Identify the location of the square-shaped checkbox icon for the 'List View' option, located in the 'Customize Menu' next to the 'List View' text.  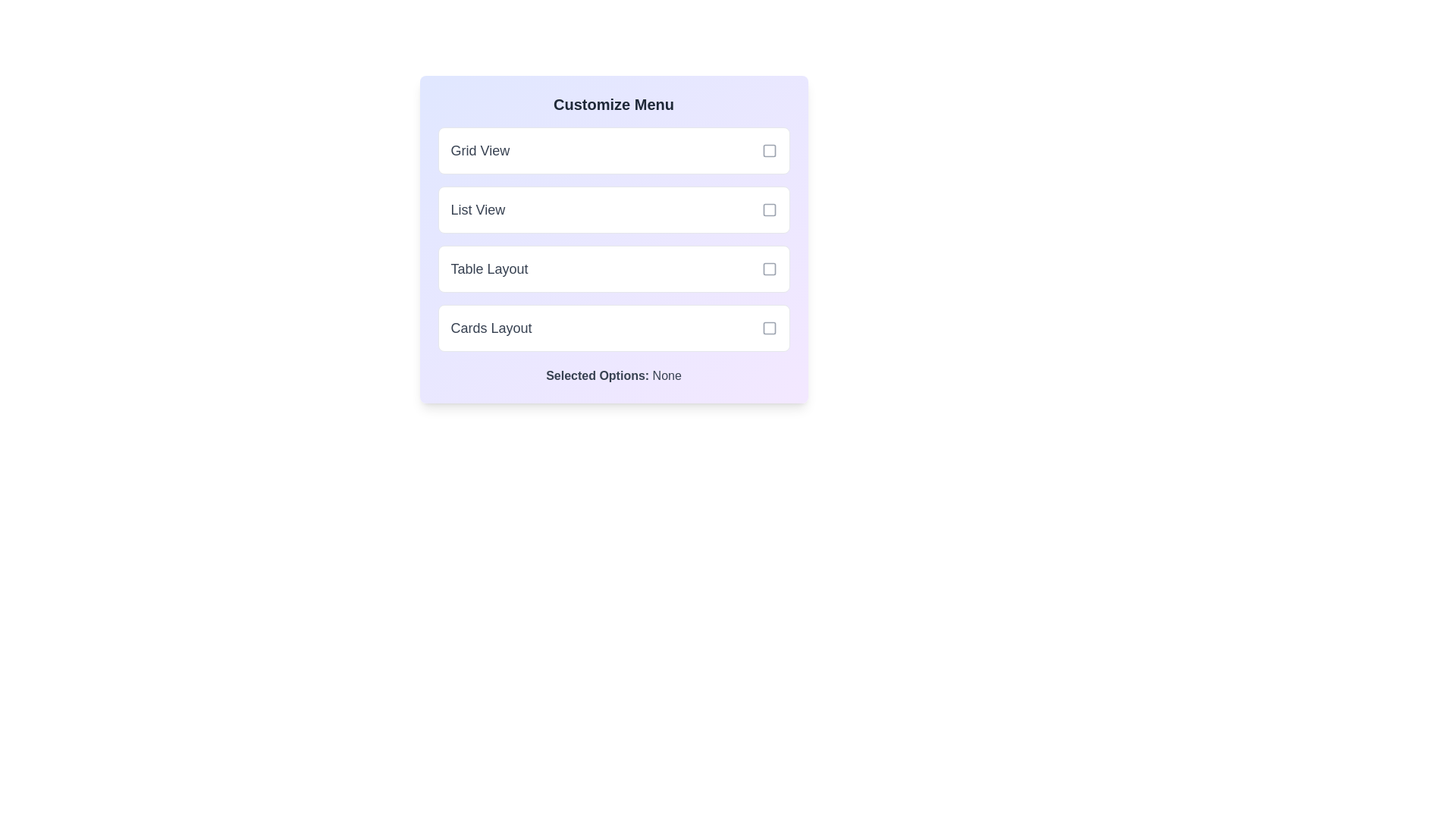
(769, 210).